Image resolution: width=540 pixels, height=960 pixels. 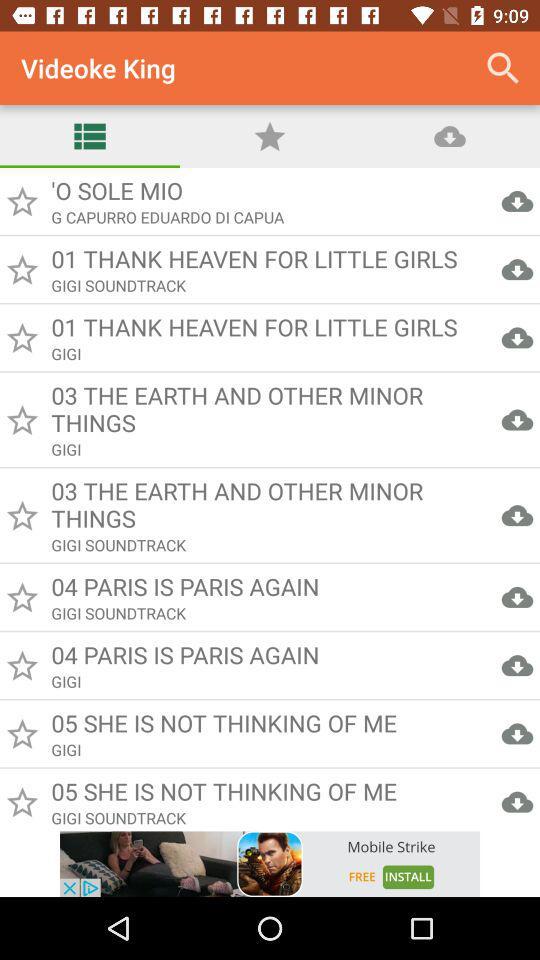 What do you see at coordinates (270, 498) in the screenshot?
I see `download soundtrack` at bounding box center [270, 498].